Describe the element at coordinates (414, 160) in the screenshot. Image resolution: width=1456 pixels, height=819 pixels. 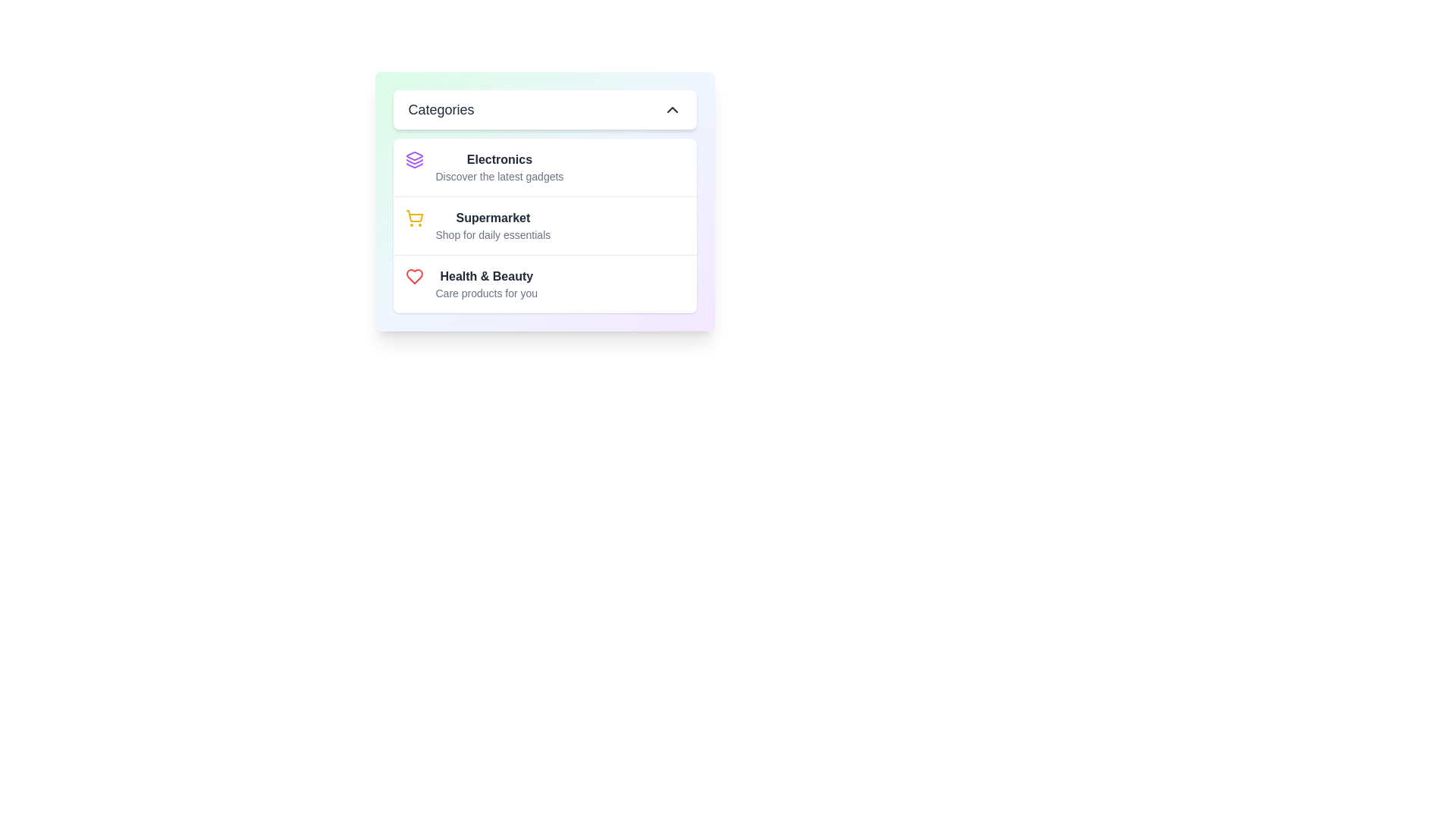
I see `the 'Electronics' category icon located within the 'Categories' panel, positioned to the left of the title 'Electronics'` at that location.